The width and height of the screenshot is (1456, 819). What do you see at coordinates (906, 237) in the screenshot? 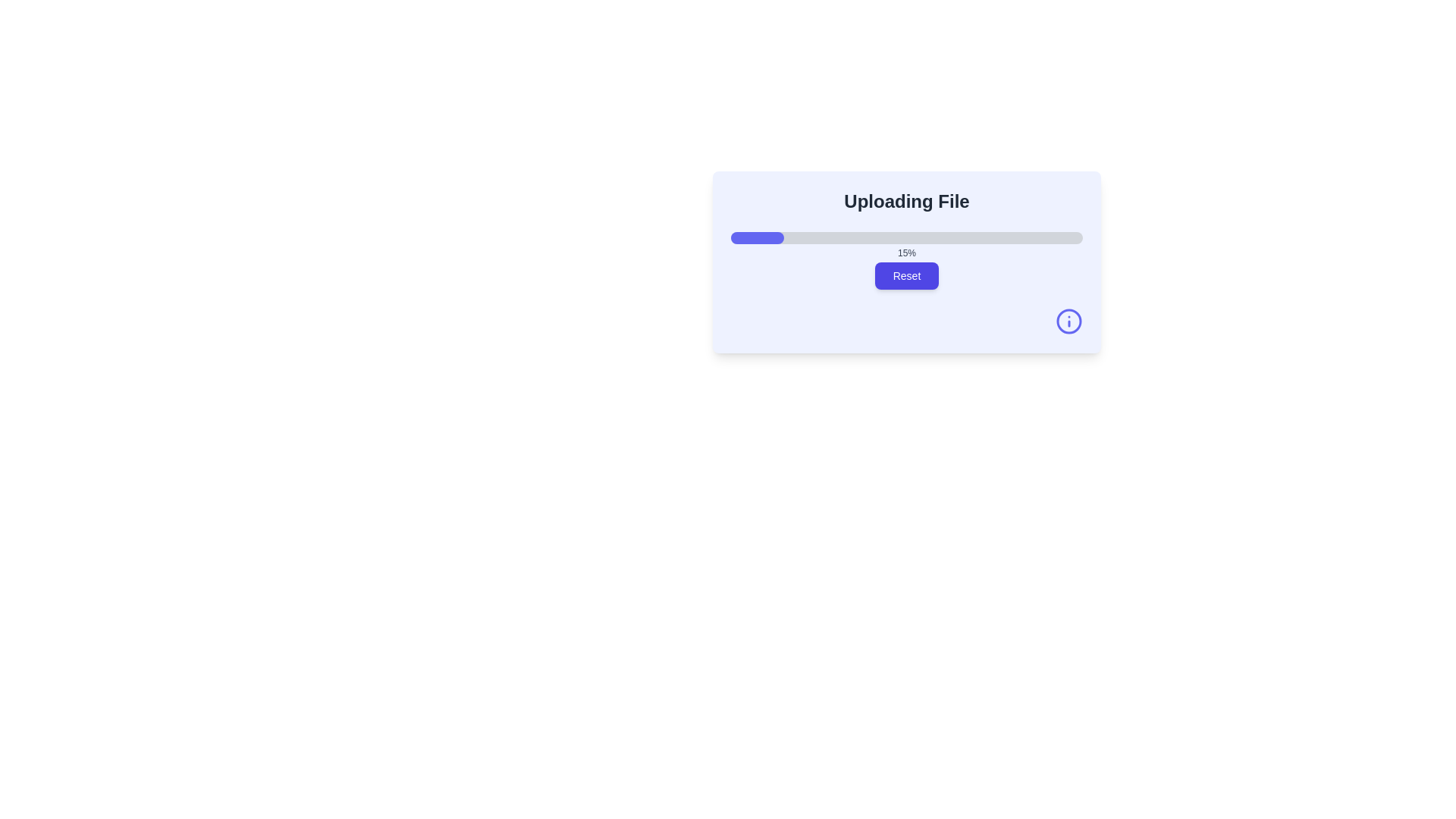
I see `the horizontal progress bar with light gray background and indigo filled portion, displaying '10%' text, located beneath the 'Uploading File' title and above the 'Reset' button` at bounding box center [906, 237].